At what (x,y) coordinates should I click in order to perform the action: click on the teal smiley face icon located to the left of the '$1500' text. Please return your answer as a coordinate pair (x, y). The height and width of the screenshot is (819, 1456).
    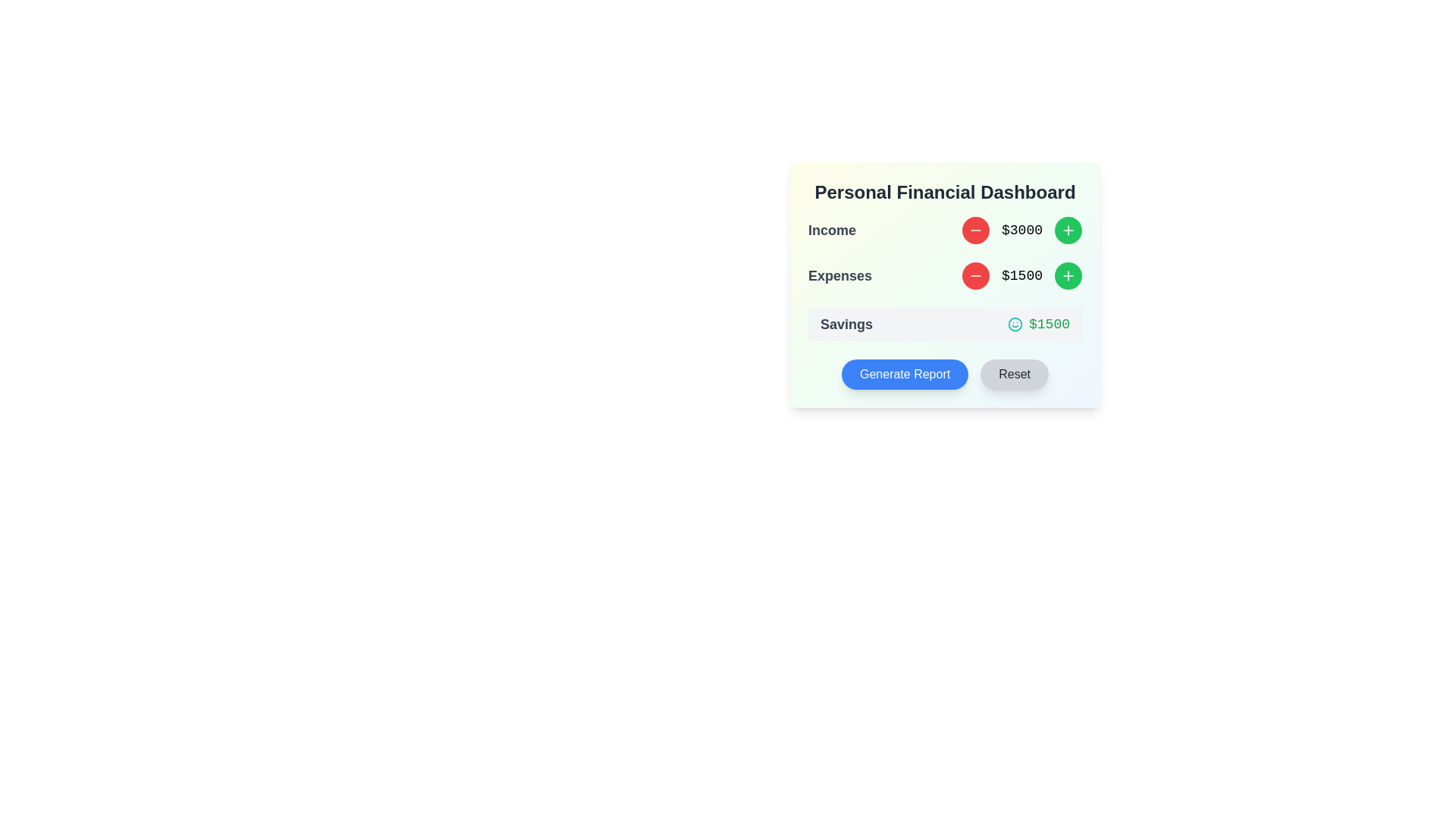
    Looking at the image, I should click on (1015, 324).